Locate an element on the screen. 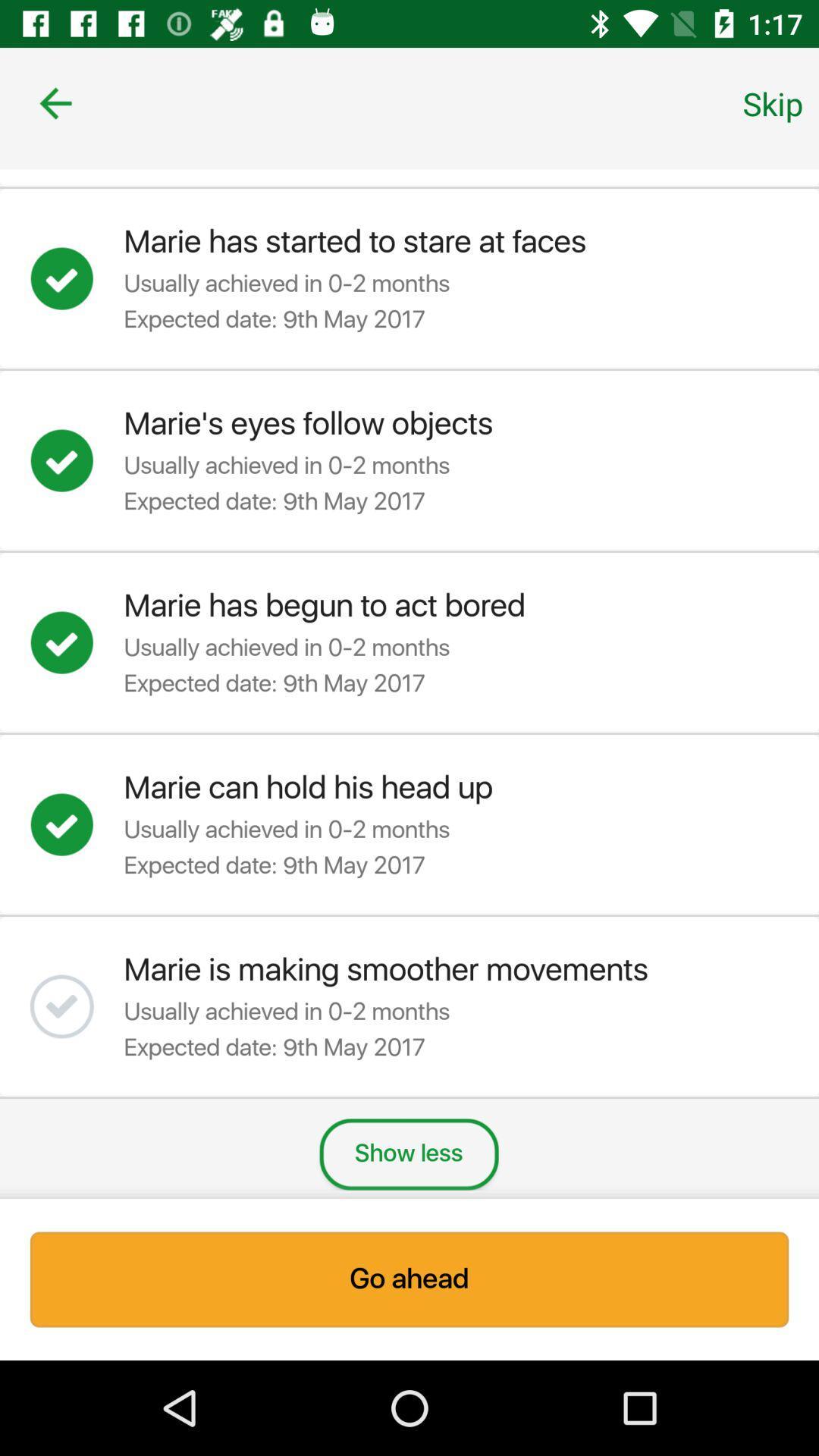 The width and height of the screenshot is (819, 1456). chose whether marie can hold her head up is located at coordinates (77, 824).